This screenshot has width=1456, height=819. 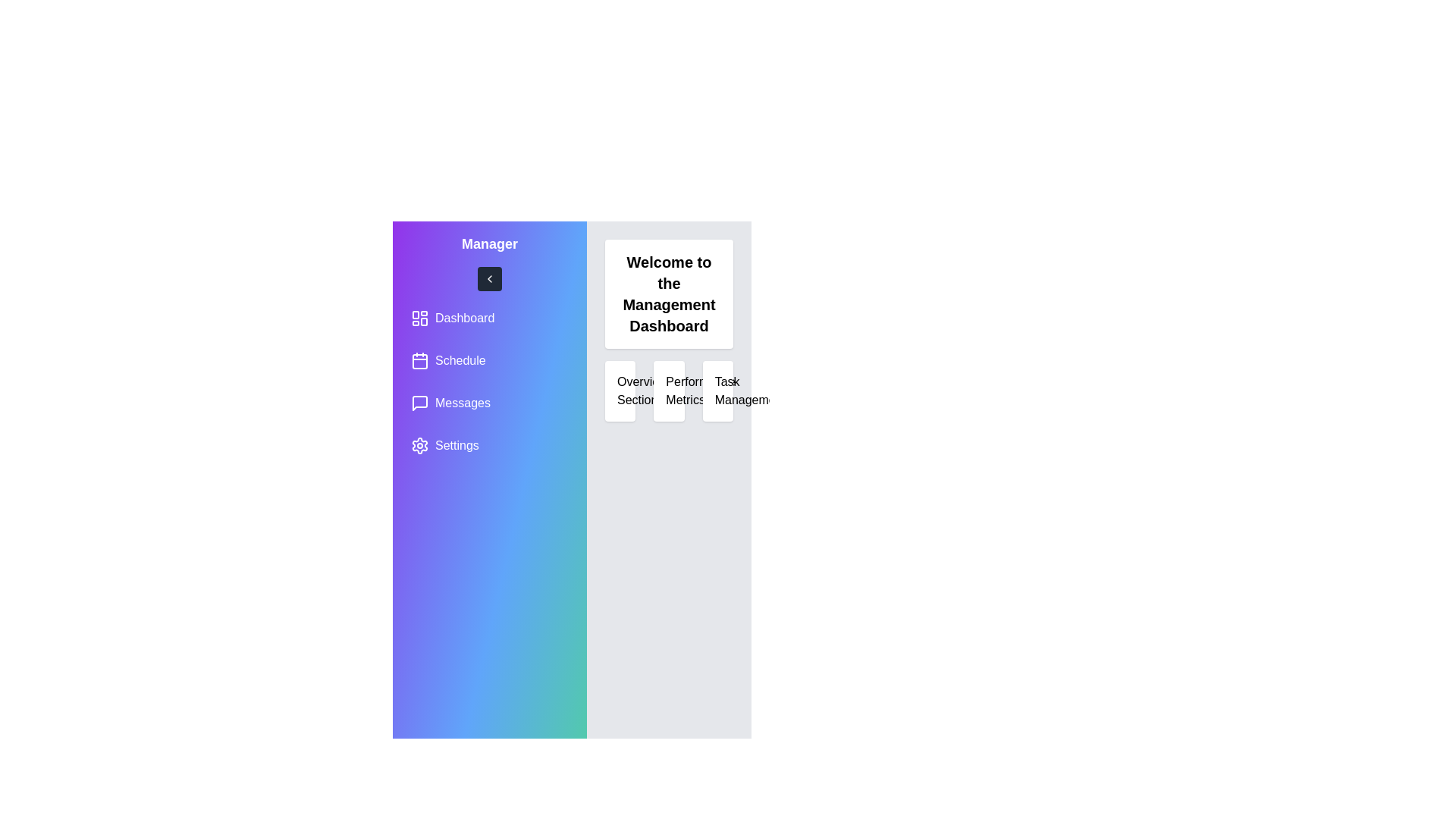 I want to click on the 'Overview Section' informational card located in the first column of the dashboard interface, positioned to the left of the 'Performance Metrics' and 'Task Management' elements, so click(x=620, y=391).